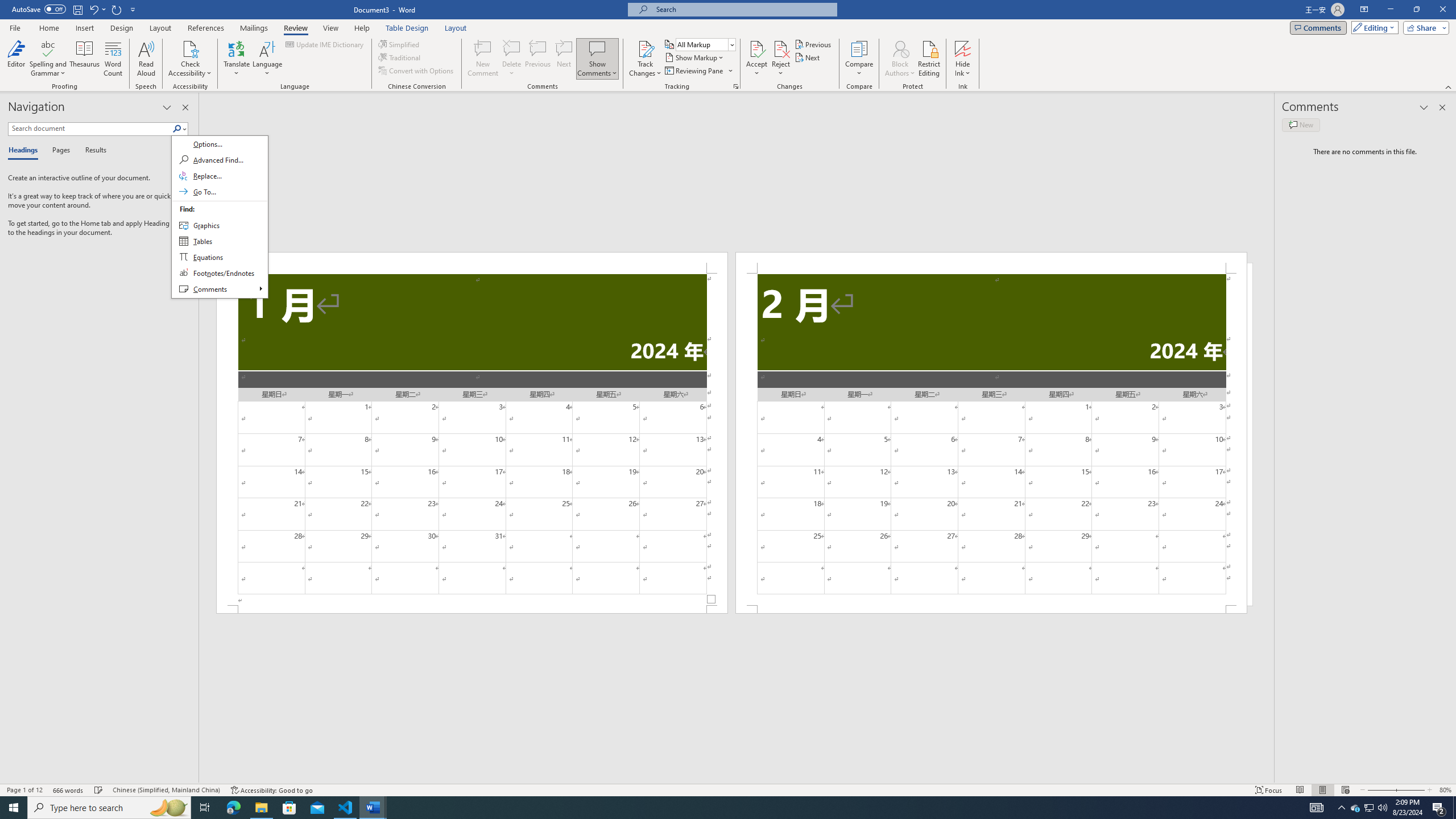 This screenshot has width=1456, height=819. Describe the element at coordinates (93, 9) in the screenshot. I see `'Undo Increase Indent'` at that location.